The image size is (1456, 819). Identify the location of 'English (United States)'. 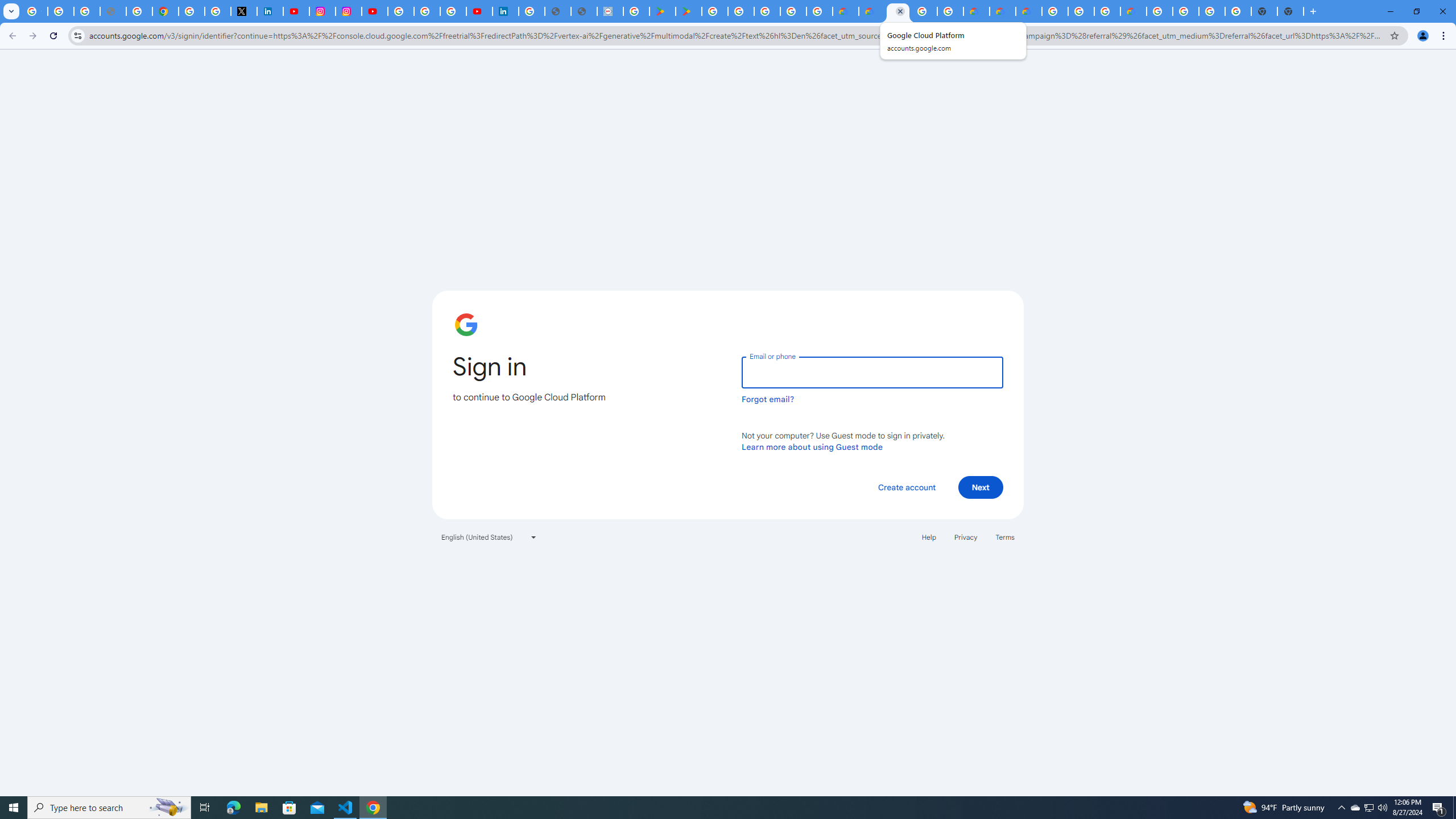
(489, 536).